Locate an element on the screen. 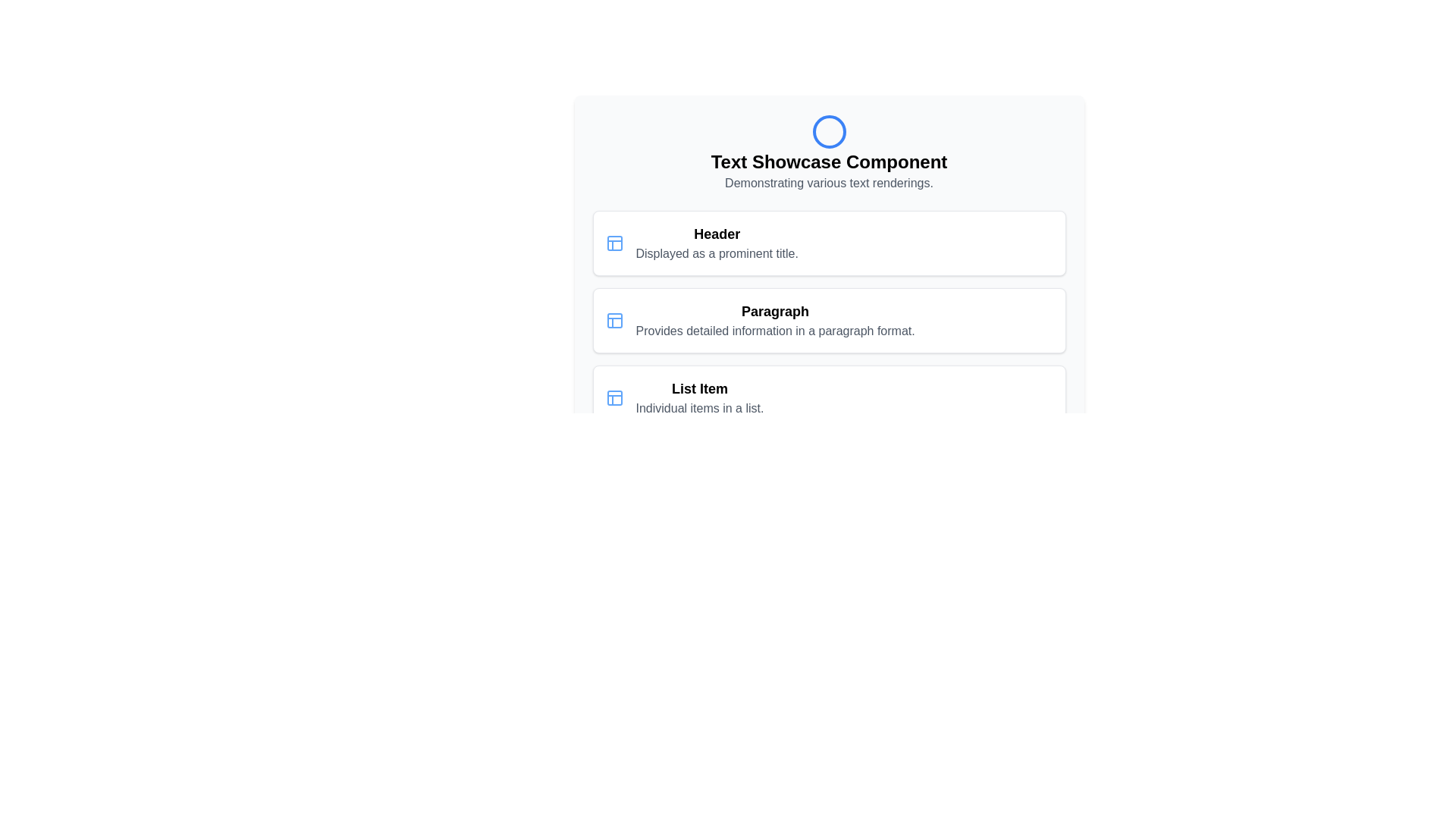 The width and height of the screenshot is (1456, 819). the Information Card, which is the second card in a vertical list between 'Header' and 'List Item' is located at coordinates (828, 320).